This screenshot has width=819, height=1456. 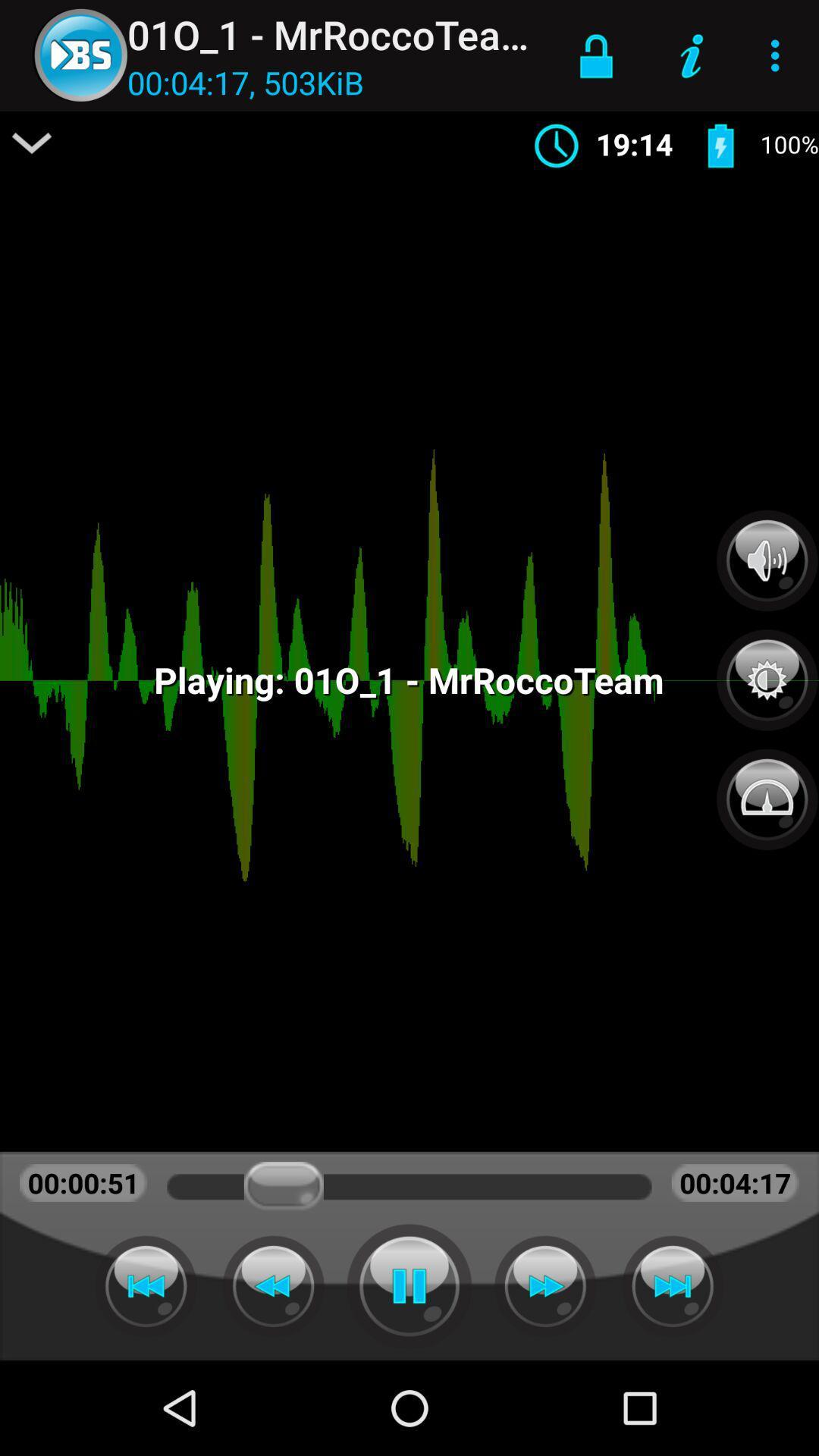 I want to click on skip forward, so click(x=544, y=1285).